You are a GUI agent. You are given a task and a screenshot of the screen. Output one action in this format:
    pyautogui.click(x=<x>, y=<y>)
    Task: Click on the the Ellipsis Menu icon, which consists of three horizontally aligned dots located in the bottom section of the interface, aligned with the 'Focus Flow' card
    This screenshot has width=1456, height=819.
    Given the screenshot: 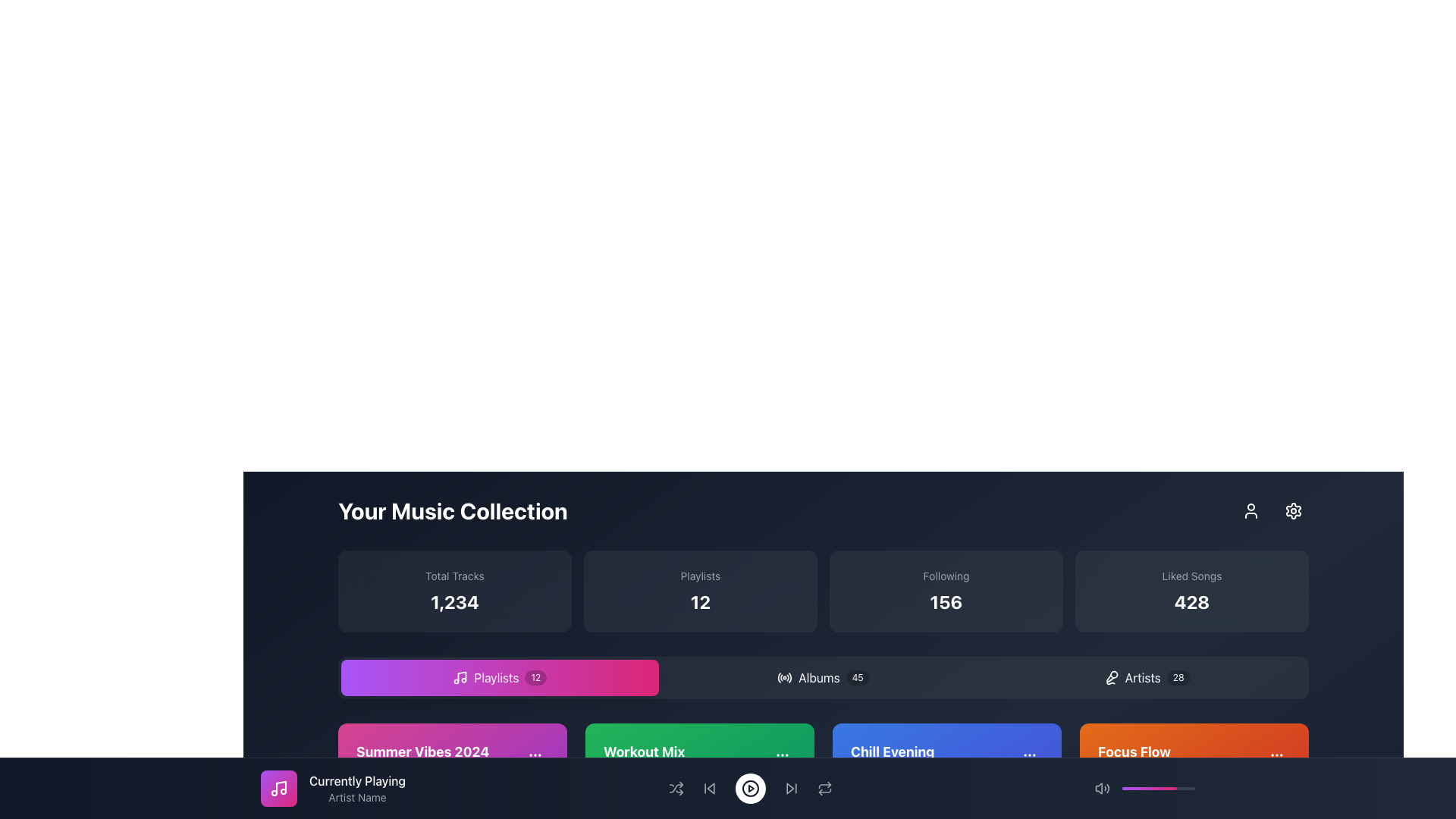 What is the action you would take?
    pyautogui.click(x=1030, y=755)
    